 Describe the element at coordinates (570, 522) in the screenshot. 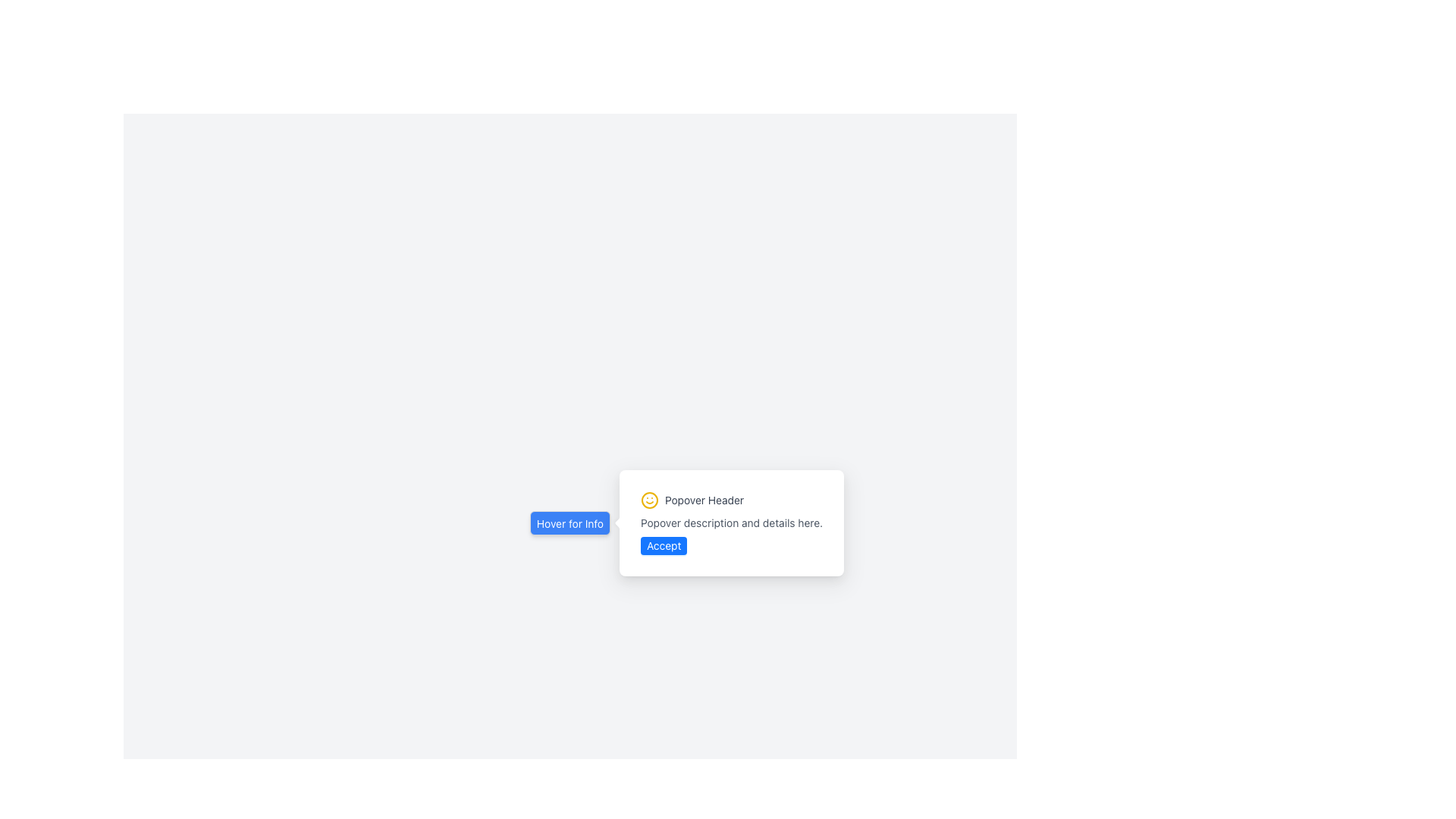

I see `the text 'Hover for Info' within the blue button to trigger the tooltip display` at that location.